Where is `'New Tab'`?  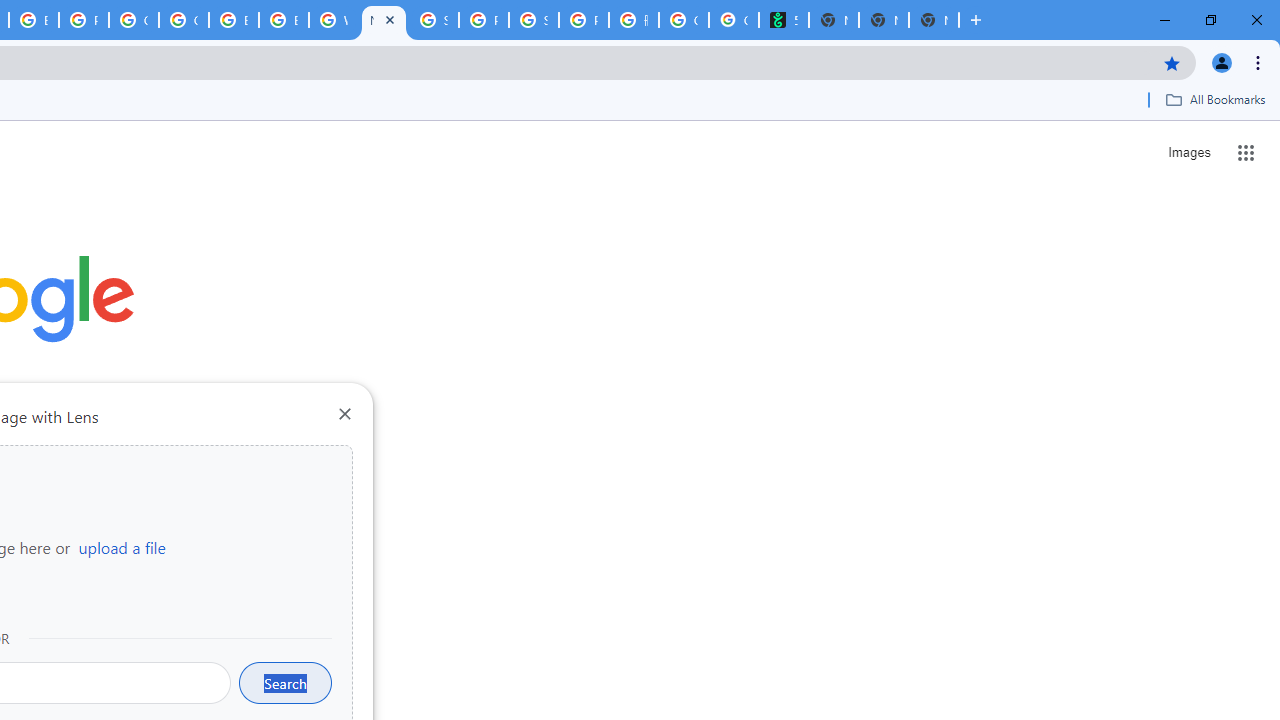
'New Tab' is located at coordinates (932, 20).